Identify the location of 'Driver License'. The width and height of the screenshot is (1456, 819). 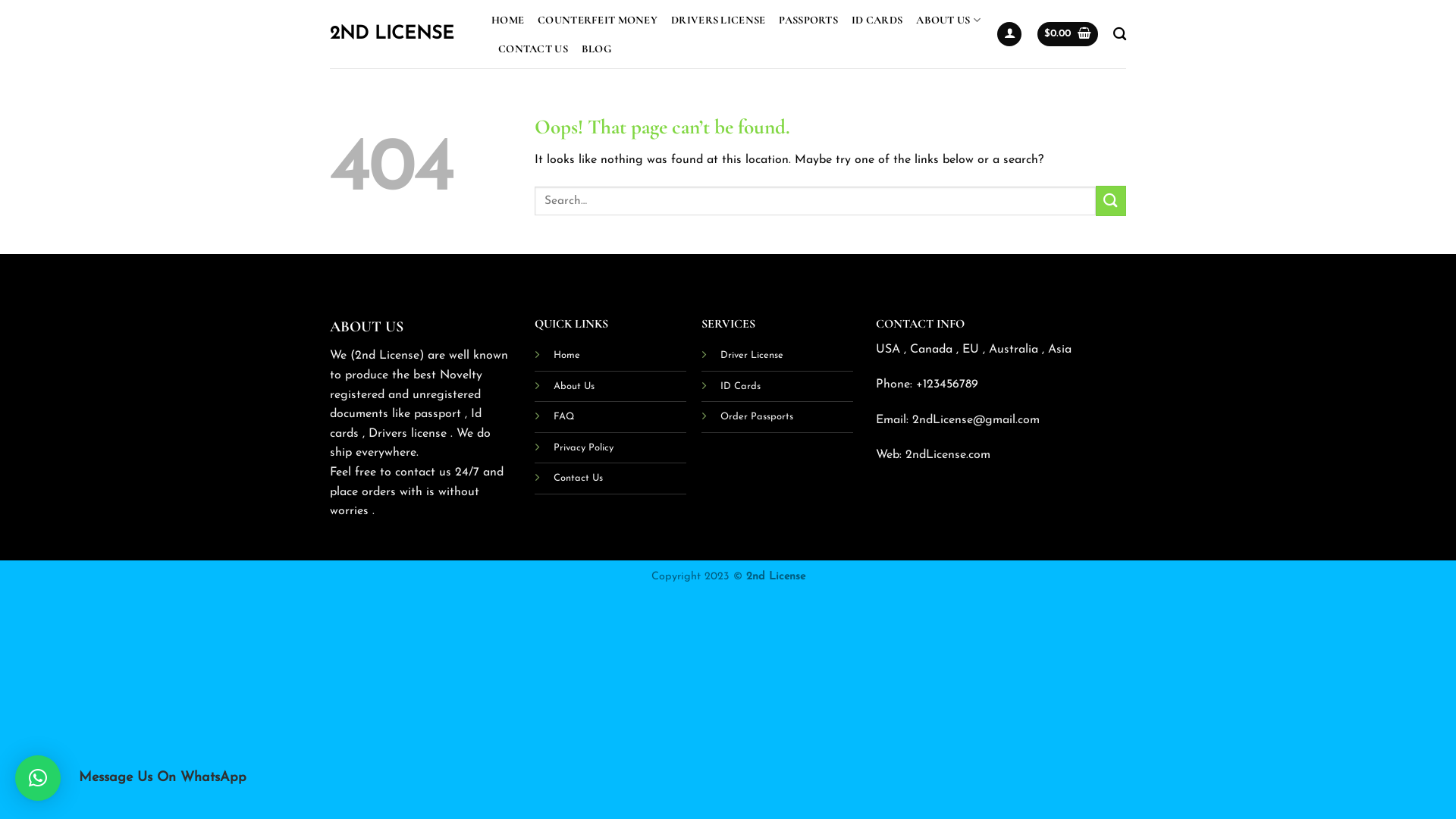
(752, 354).